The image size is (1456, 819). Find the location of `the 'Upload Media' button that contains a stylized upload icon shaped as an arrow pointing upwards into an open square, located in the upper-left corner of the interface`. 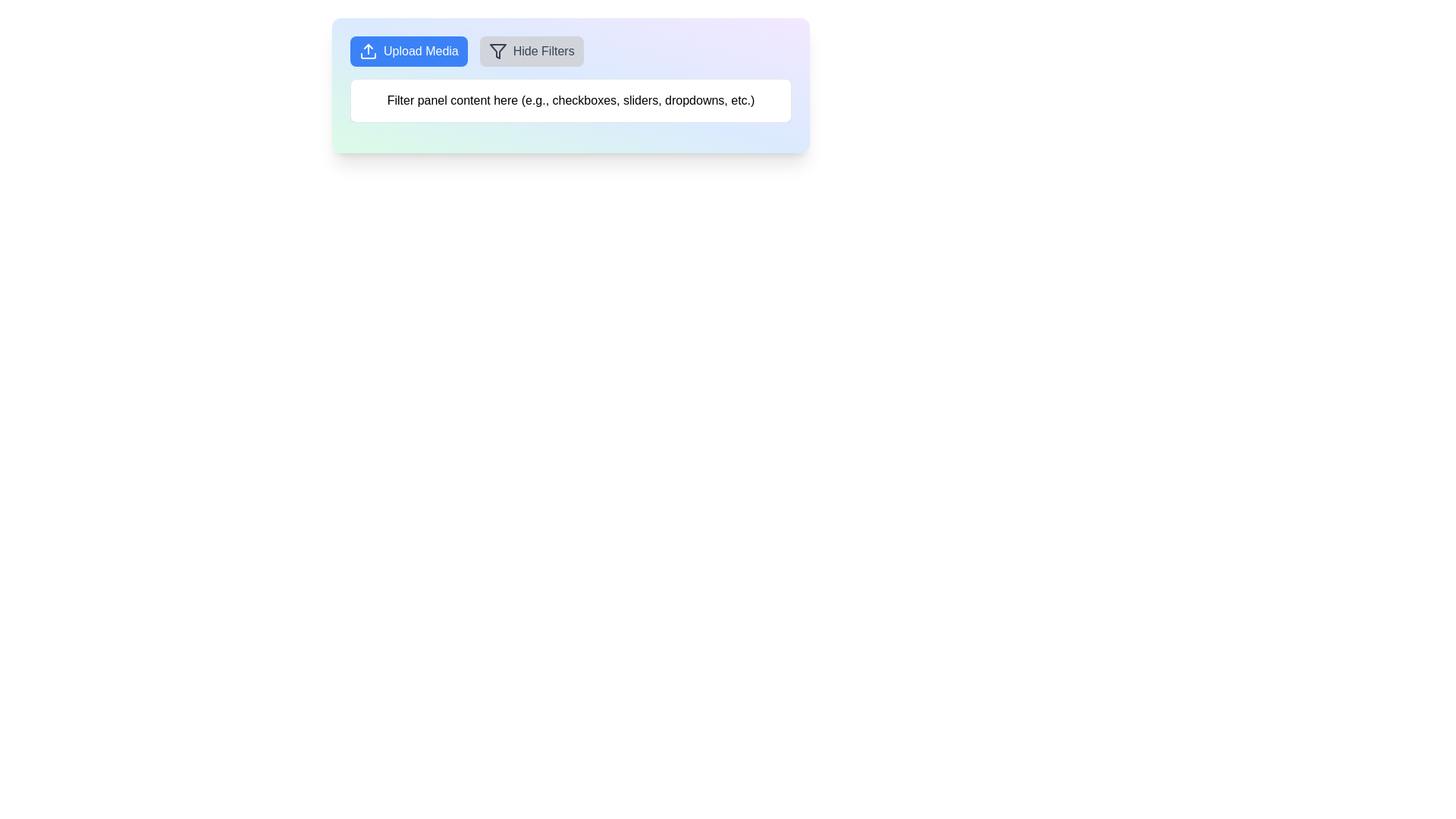

the 'Upload Media' button that contains a stylized upload icon shaped as an arrow pointing upwards into an open square, located in the upper-left corner of the interface is located at coordinates (368, 51).